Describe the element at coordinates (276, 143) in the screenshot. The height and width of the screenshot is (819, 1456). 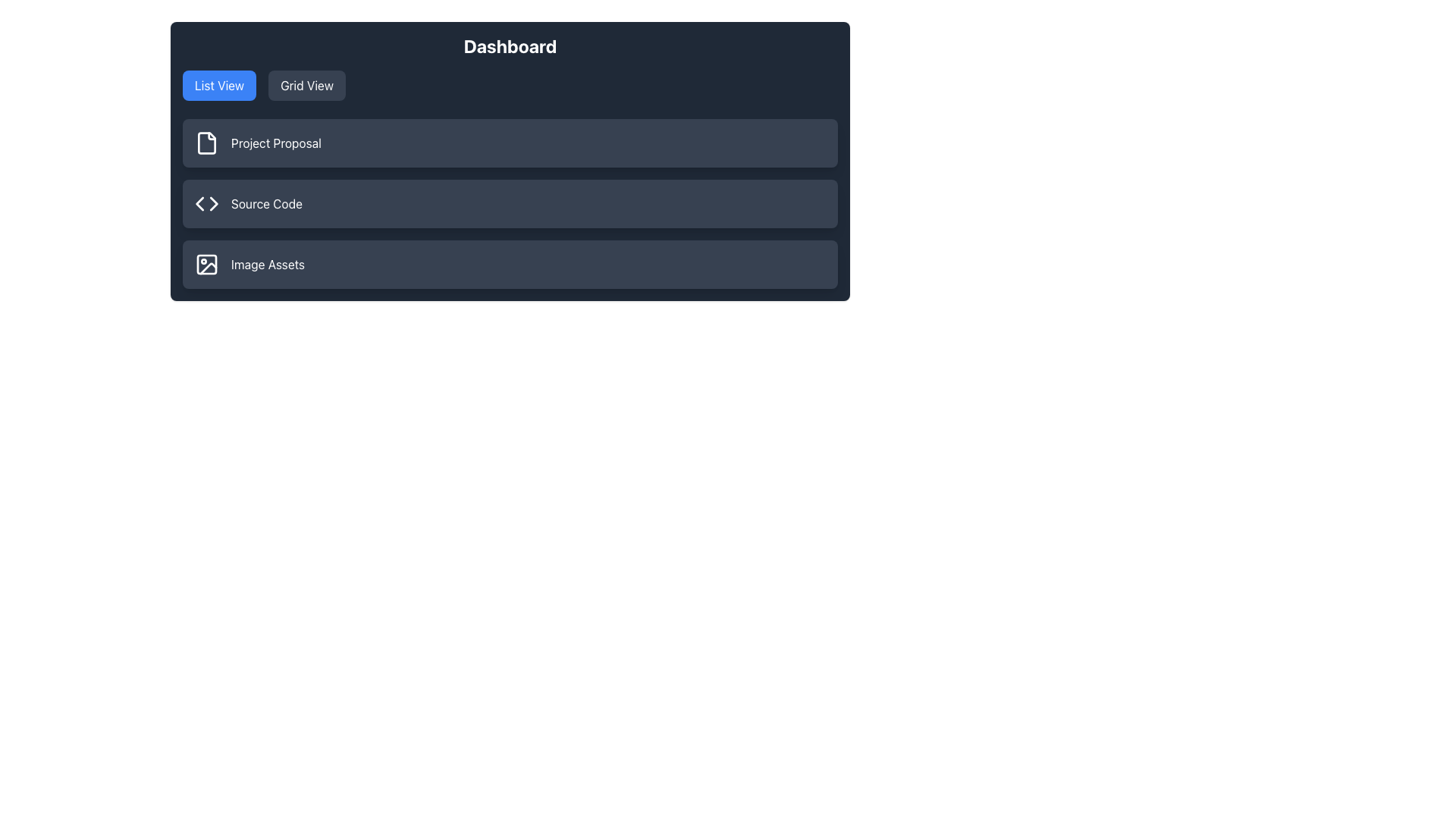
I see `the text label that identifies the content or function associated with the project proposal in the first row of the vertically stacked list, positioned to the right of a document file icon` at that location.